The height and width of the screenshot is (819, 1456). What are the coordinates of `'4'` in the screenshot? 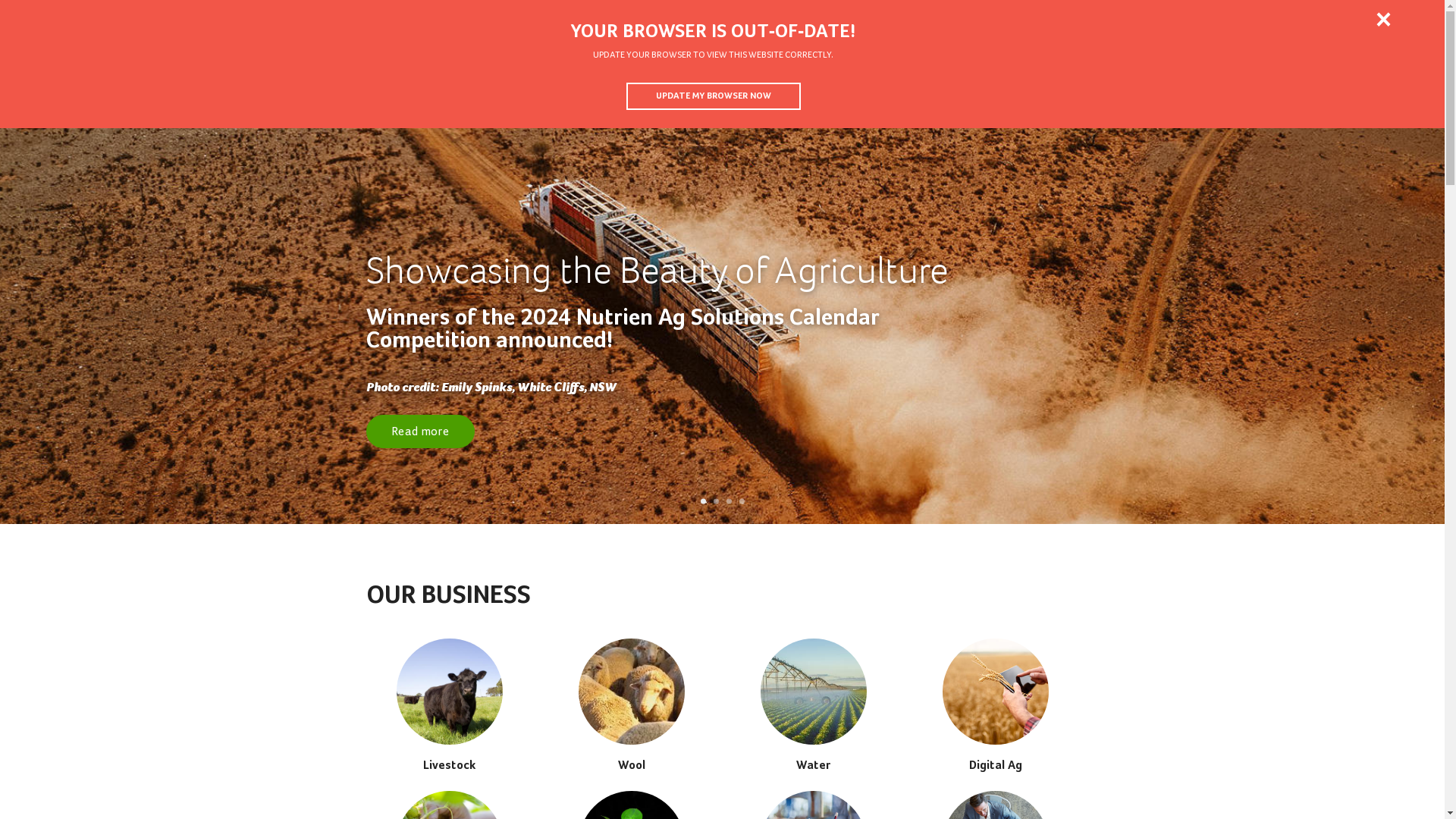 It's located at (741, 501).